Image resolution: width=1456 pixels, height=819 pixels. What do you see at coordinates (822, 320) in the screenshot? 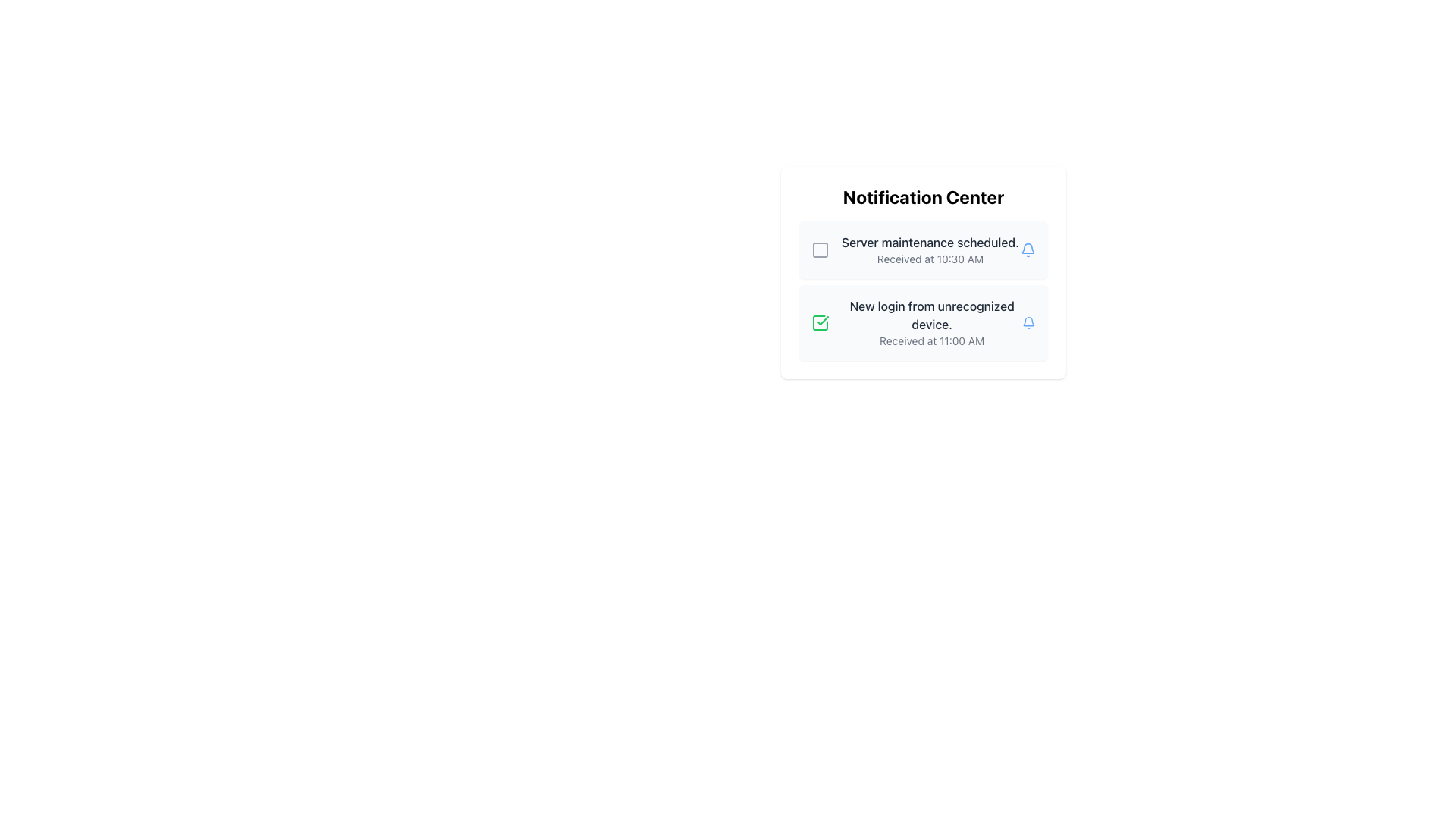
I see `the graphical checkmark icon used for confirmation, located to the left of the 'New login from unrecognized device' notification text in the notification panel` at bounding box center [822, 320].